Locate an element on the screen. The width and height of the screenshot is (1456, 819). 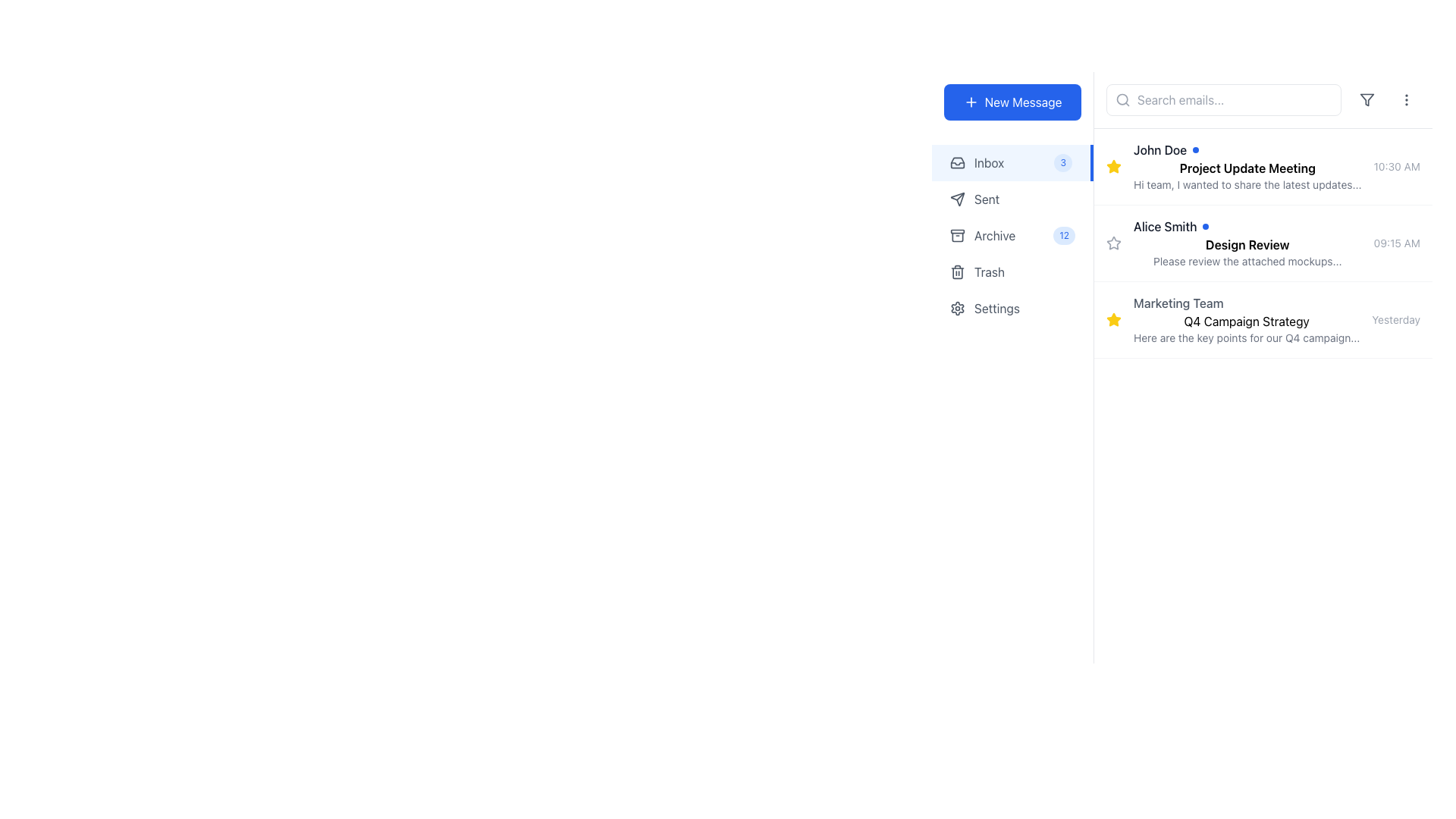
the text label that reads '10:30 AM', which is a small, gray text located in the top-right corner of the email item, adjacent to the title and sender information is located at coordinates (1396, 166).